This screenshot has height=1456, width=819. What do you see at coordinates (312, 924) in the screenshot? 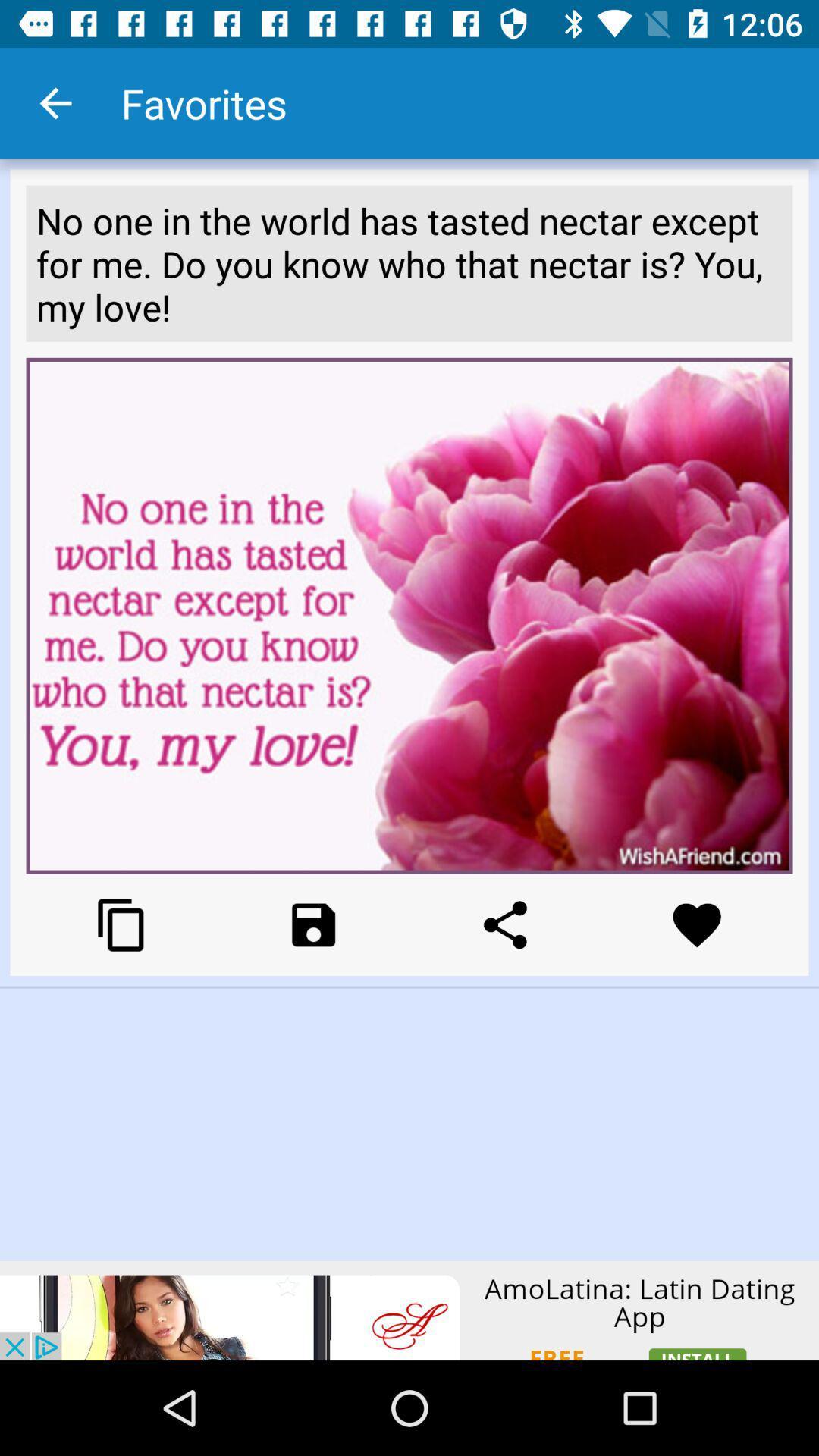
I see `open the box` at bounding box center [312, 924].